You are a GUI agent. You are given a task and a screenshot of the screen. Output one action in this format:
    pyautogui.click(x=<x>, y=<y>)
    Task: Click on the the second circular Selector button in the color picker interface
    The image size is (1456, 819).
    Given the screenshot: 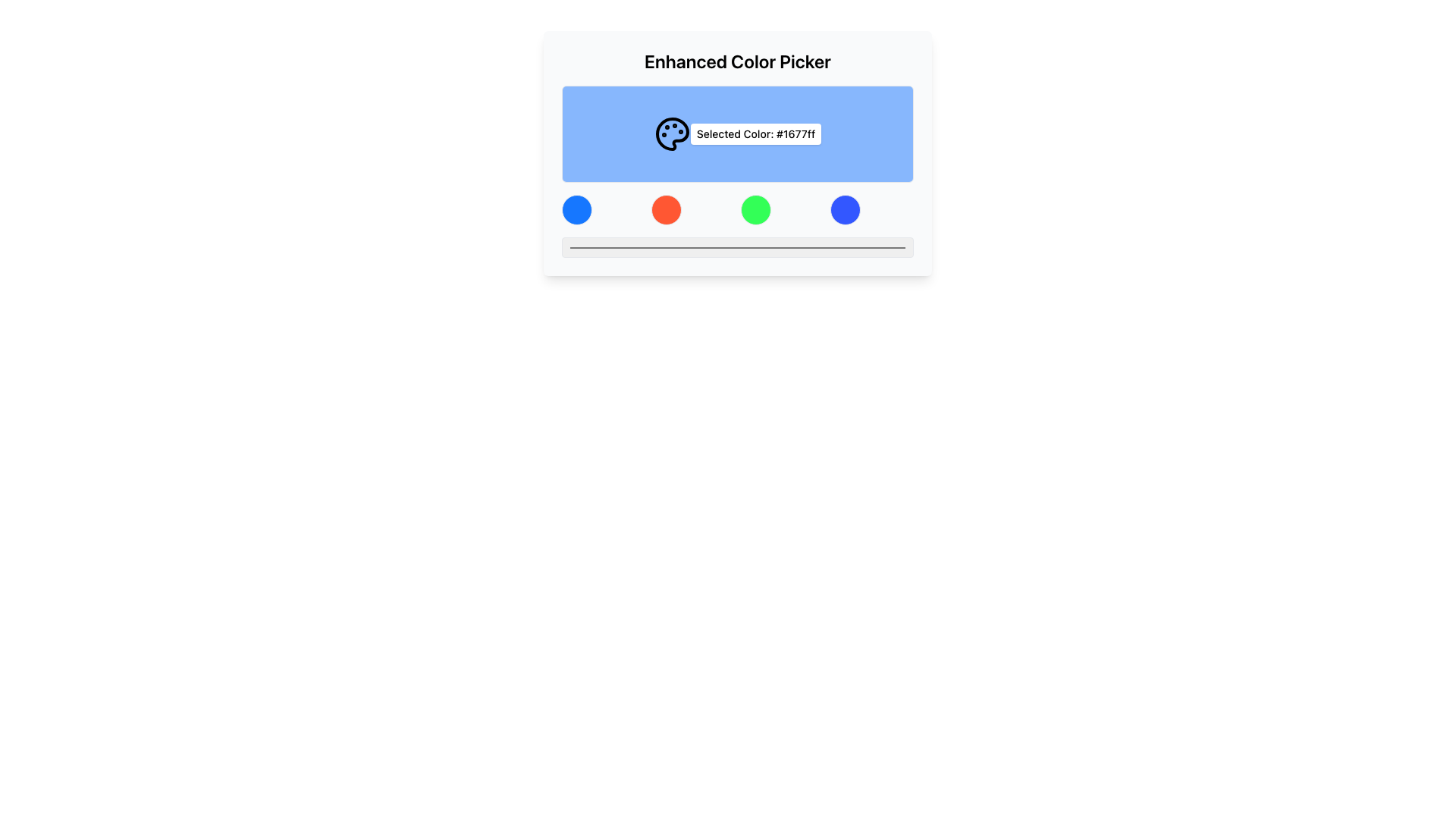 What is the action you would take?
    pyautogui.click(x=666, y=210)
    